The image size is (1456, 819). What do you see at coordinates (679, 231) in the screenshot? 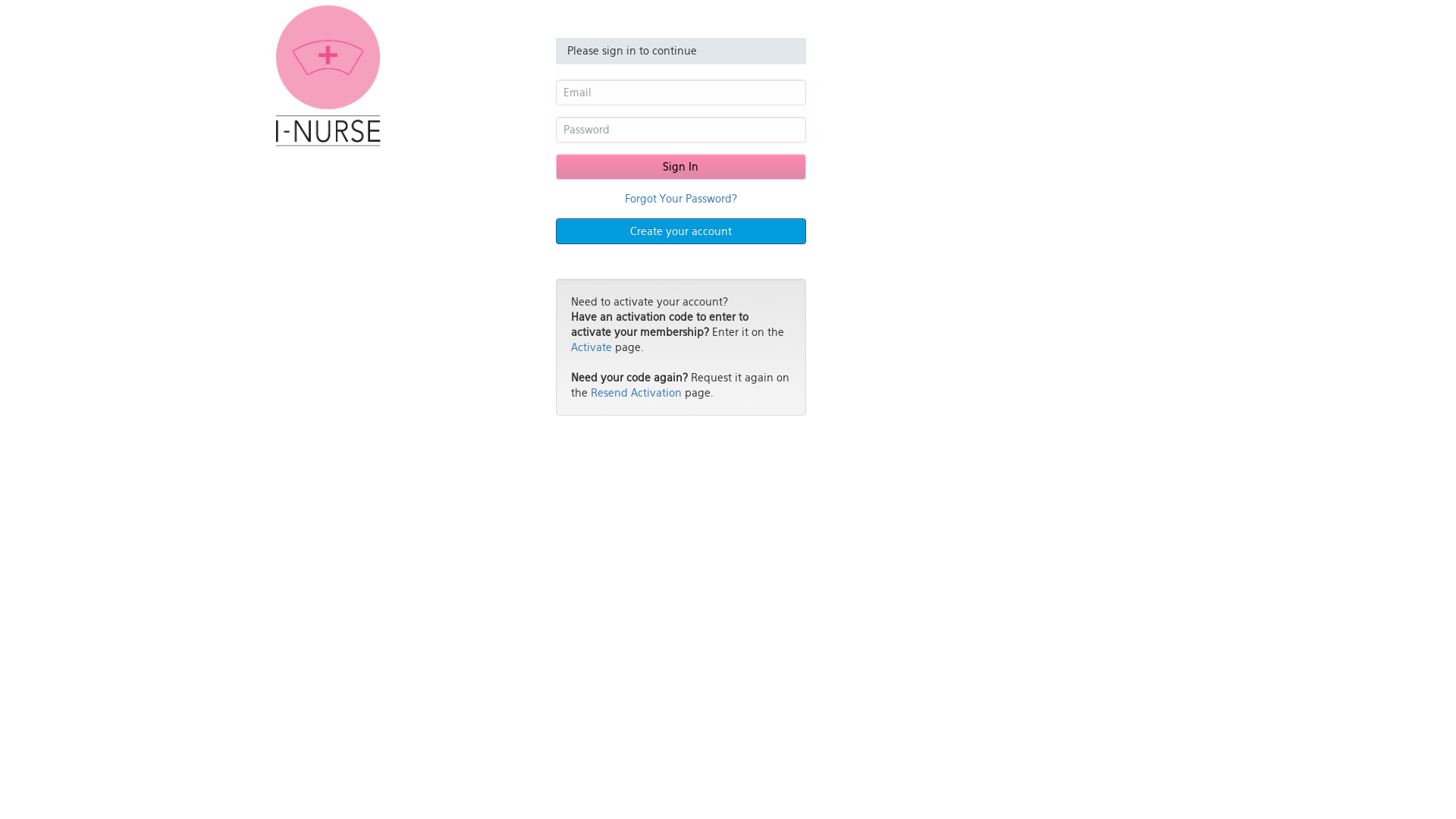
I see `'Create your account'` at bounding box center [679, 231].